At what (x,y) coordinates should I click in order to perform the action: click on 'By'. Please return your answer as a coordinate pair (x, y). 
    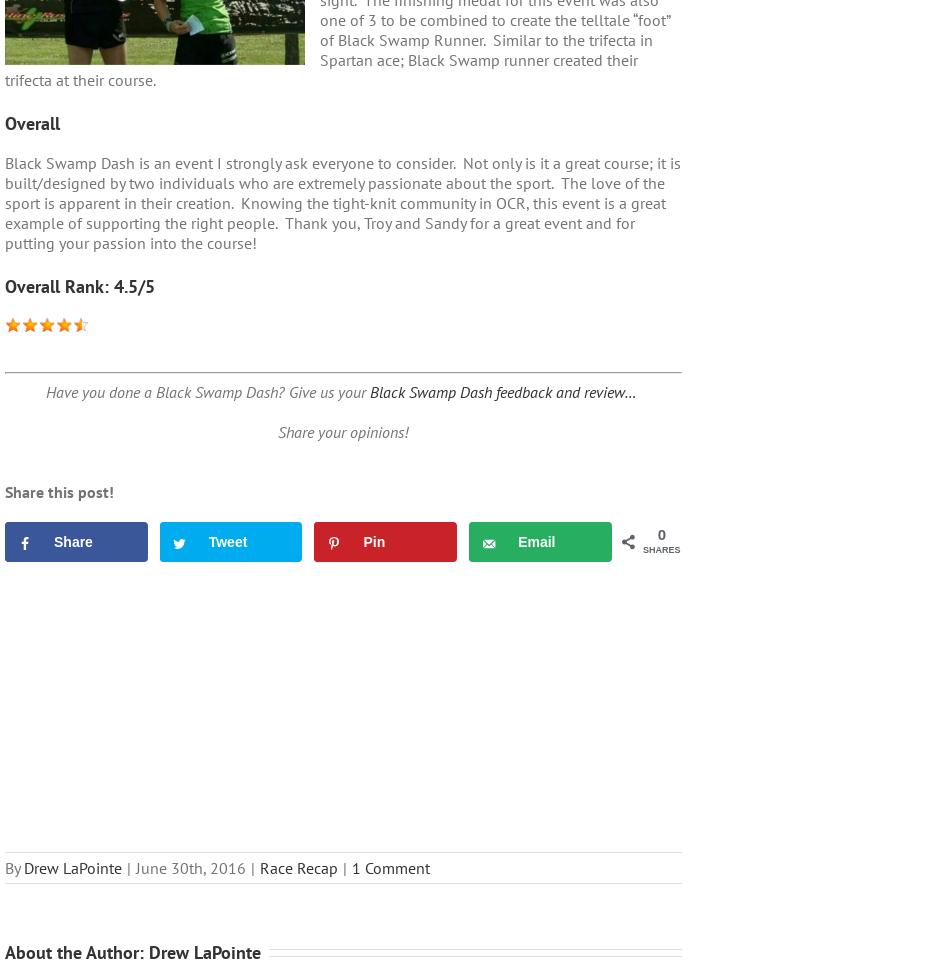
    Looking at the image, I should click on (5, 866).